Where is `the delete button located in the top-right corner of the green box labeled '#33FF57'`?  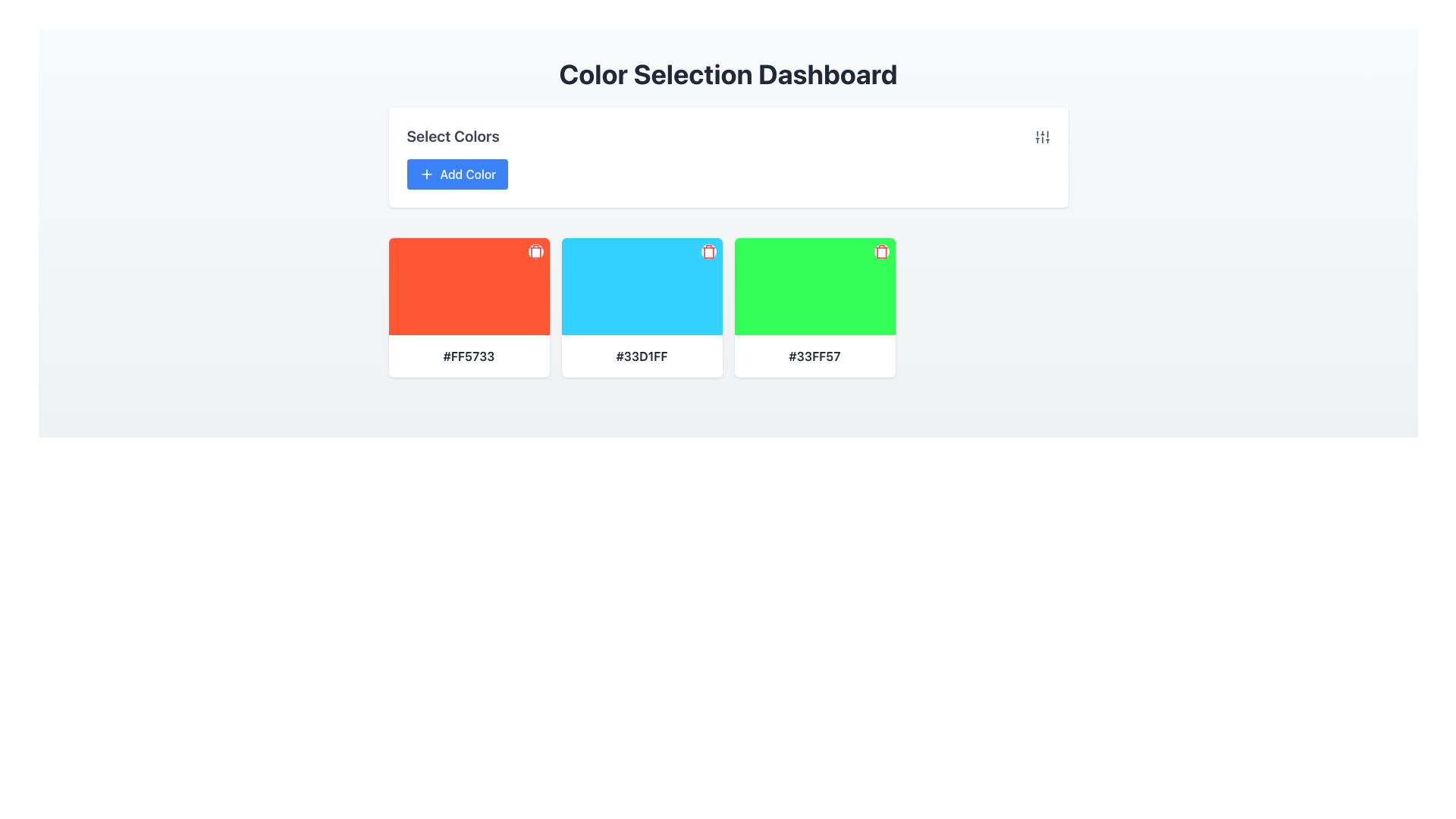
the delete button located in the top-right corner of the green box labeled '#33FF57' is located at coordinates (881, 250).